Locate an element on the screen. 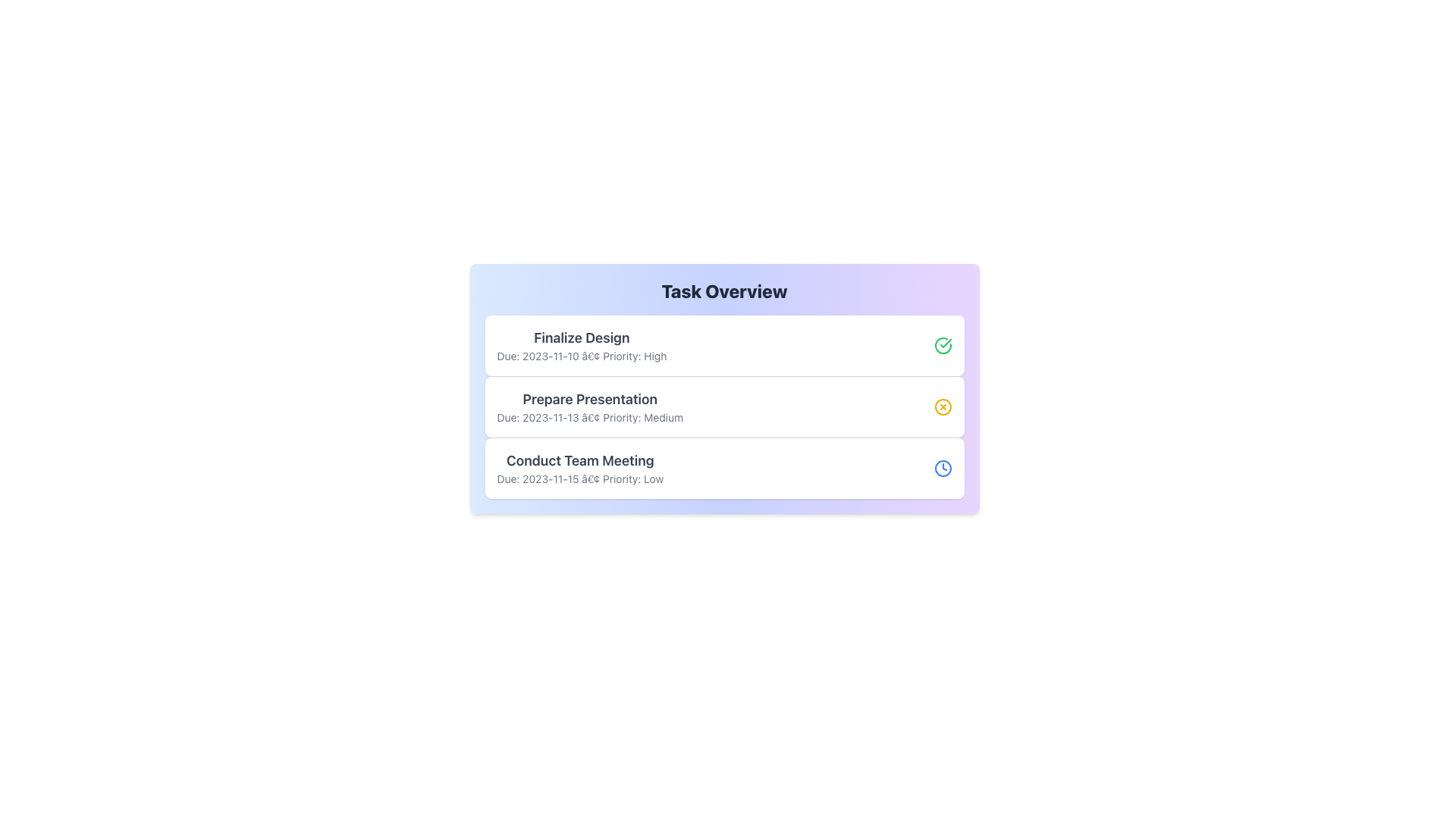 The height and width of the screenshot is (819, 1456). the task summary text element located in the first task row of the task list is located at coordinates (581, 345).